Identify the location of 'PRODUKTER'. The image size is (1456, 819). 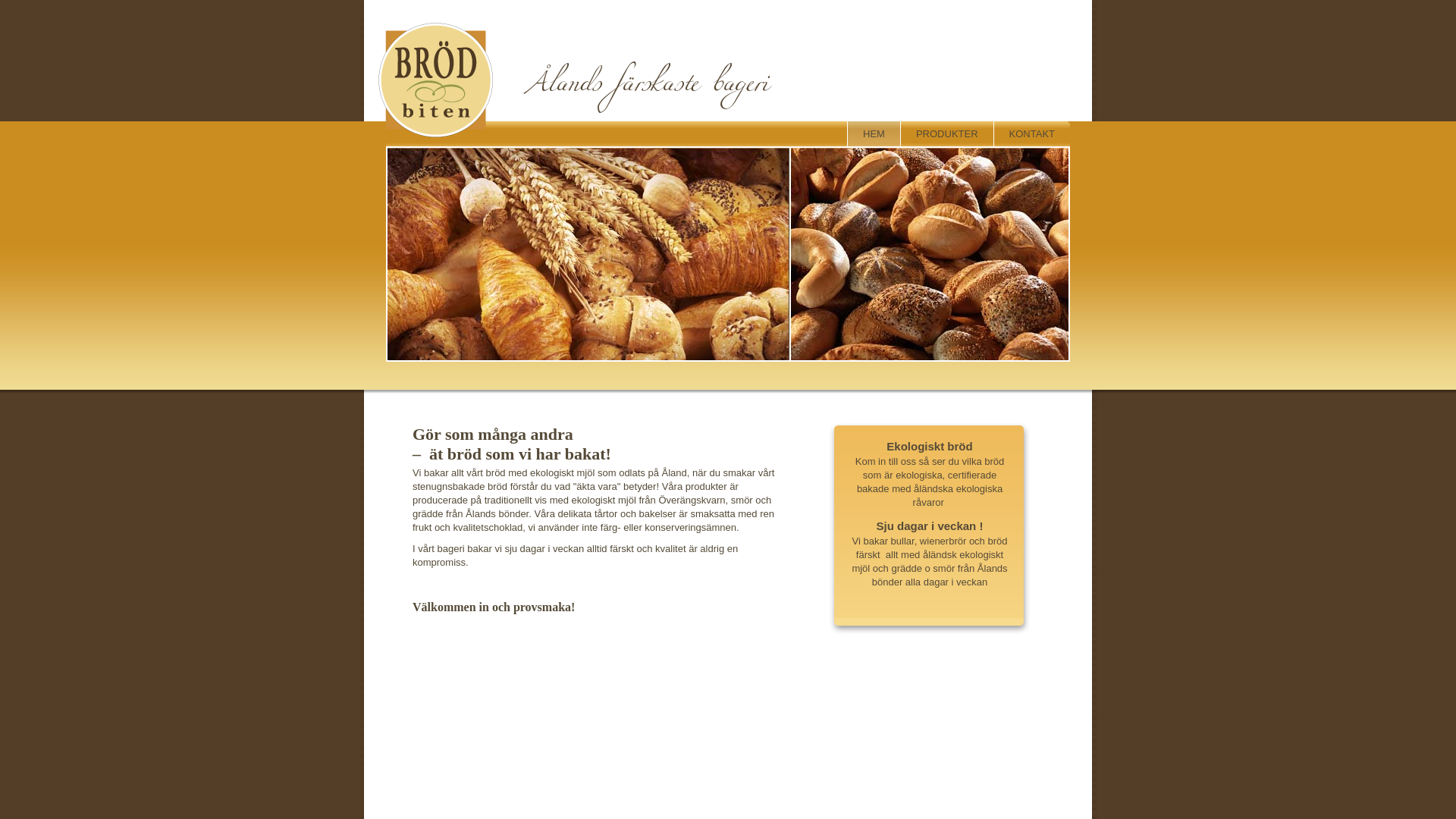
(946, 133).